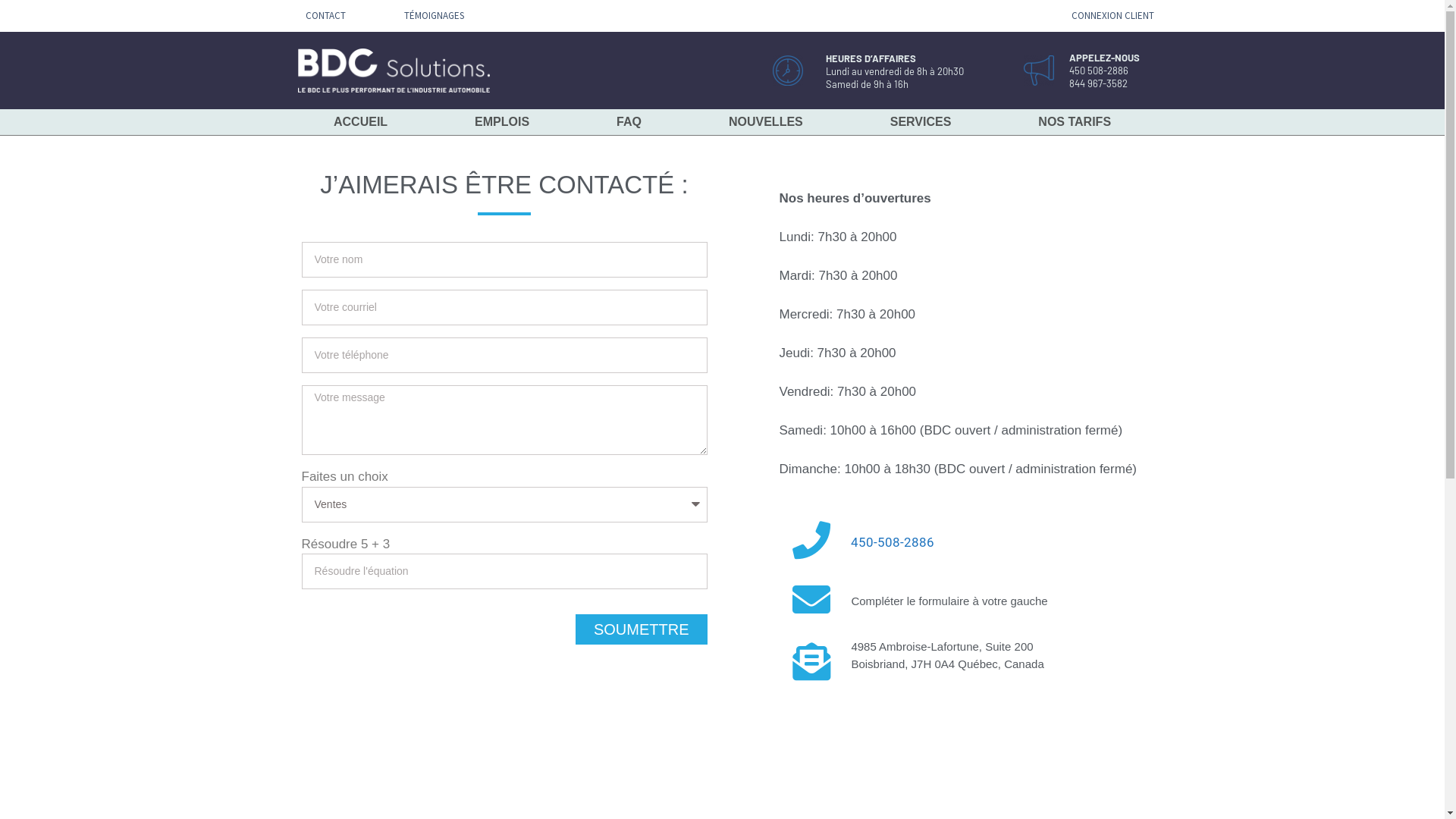 Image resolution: width=1456 pixels, height=819 pixels. What do you see at coordinates (1099, 70) in the screenshot?
I see `'450 508-2886'` at bounding box center [1099, 70].